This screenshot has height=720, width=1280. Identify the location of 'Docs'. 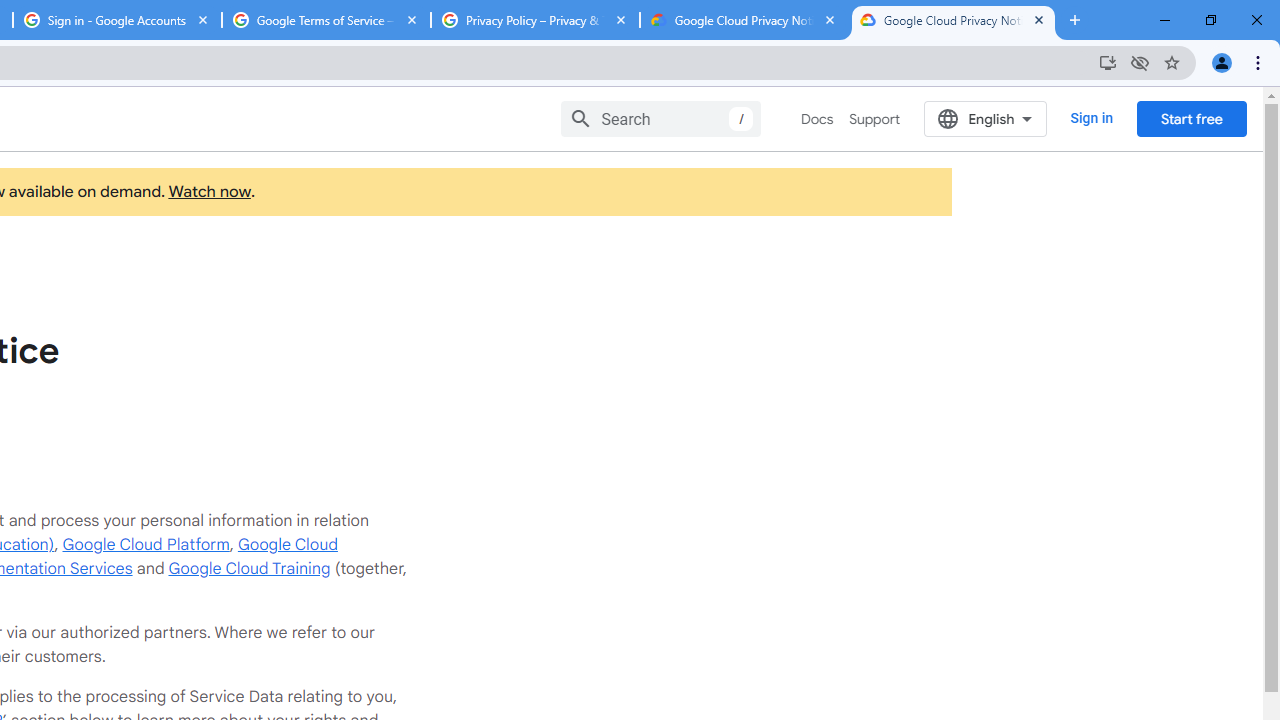
(817, 119).